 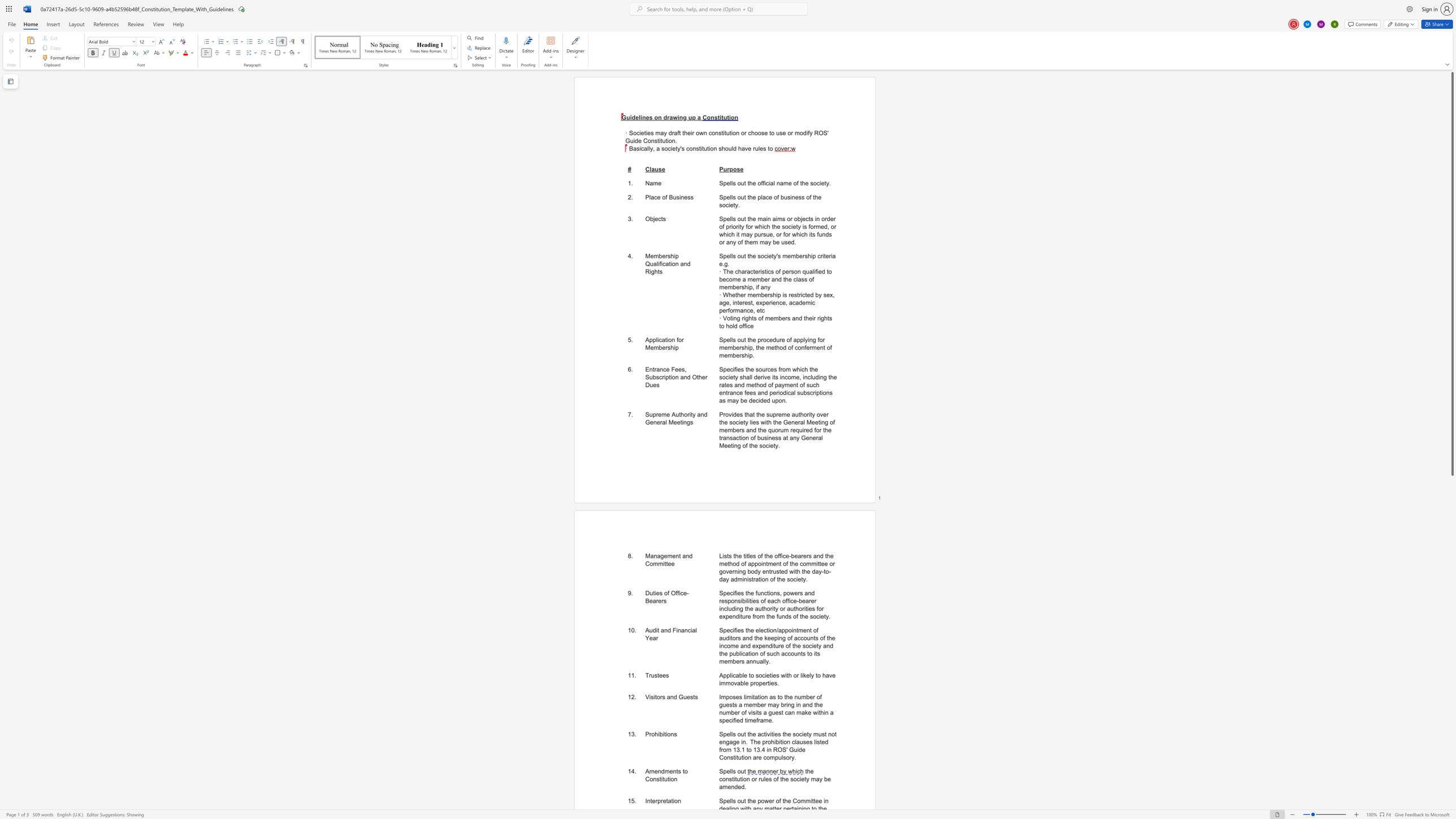 I want to click on the subset text "Other Du" within the text "Entrance Fees, Subscription and Other Dues", so click(x=692, y=377).